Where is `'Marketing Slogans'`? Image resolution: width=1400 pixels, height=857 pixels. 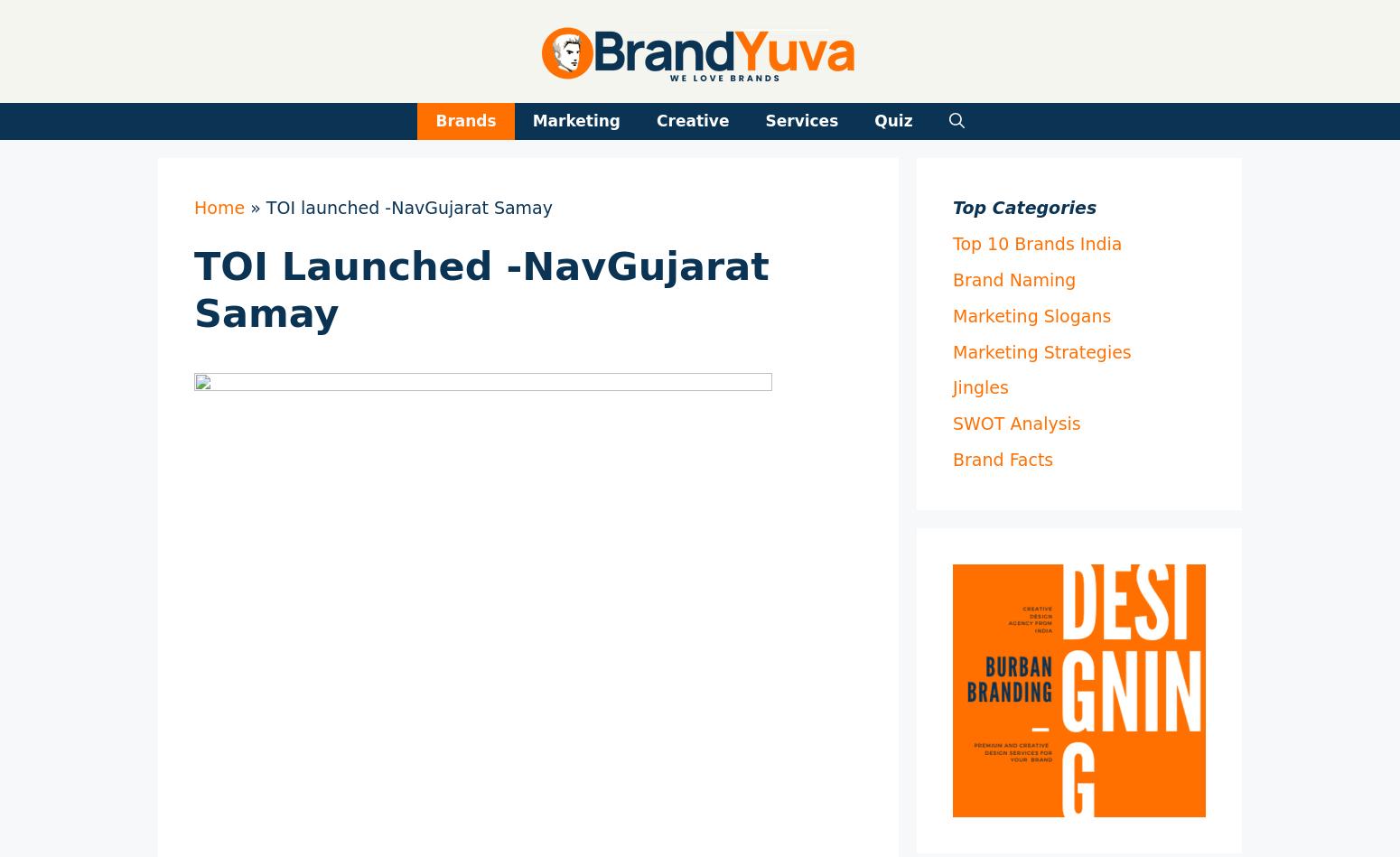 'Marketing Slogans' is located at coordinates (1031, 315).